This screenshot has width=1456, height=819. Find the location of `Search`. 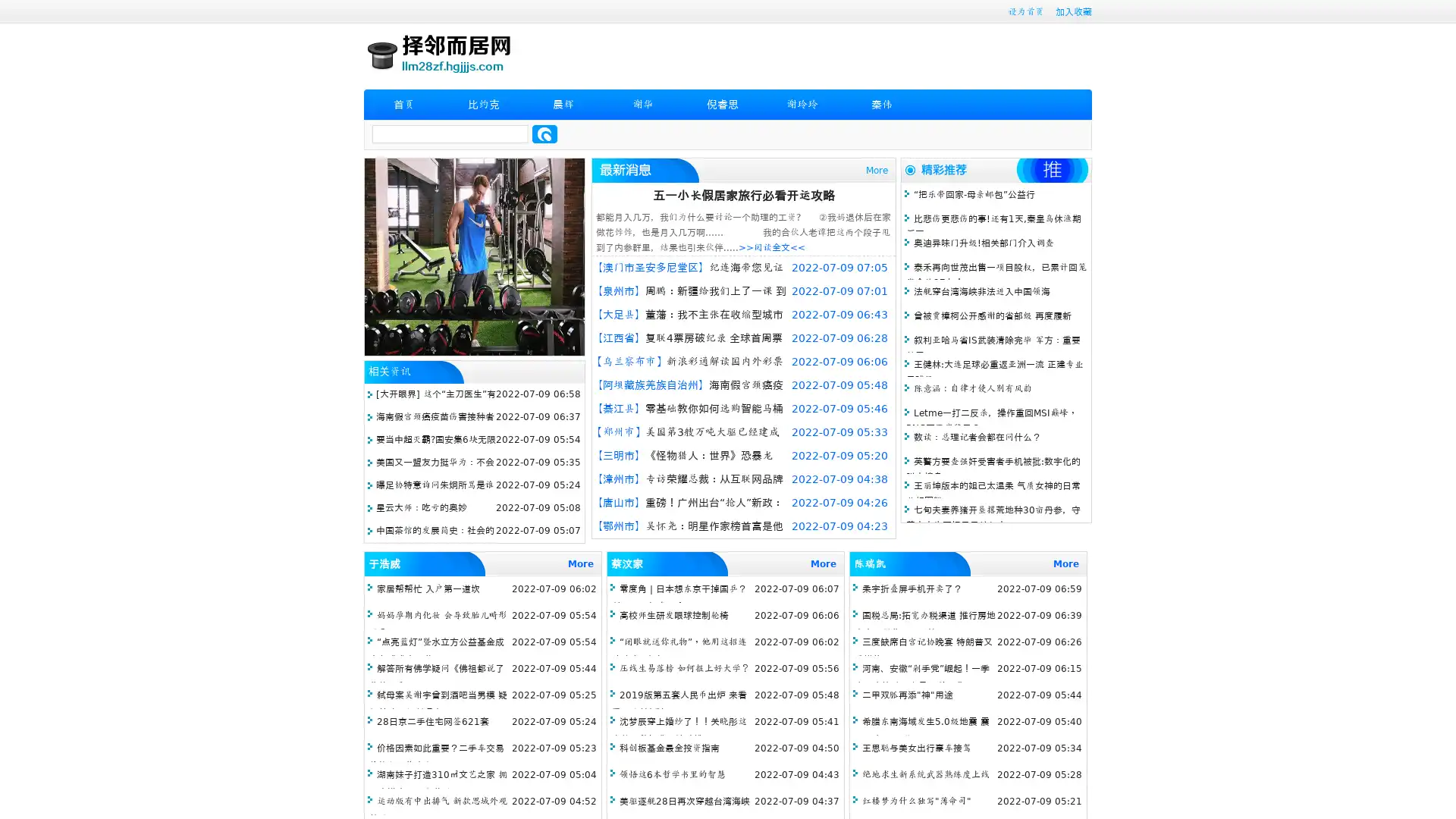

Search is located at coordinates (544, 133).